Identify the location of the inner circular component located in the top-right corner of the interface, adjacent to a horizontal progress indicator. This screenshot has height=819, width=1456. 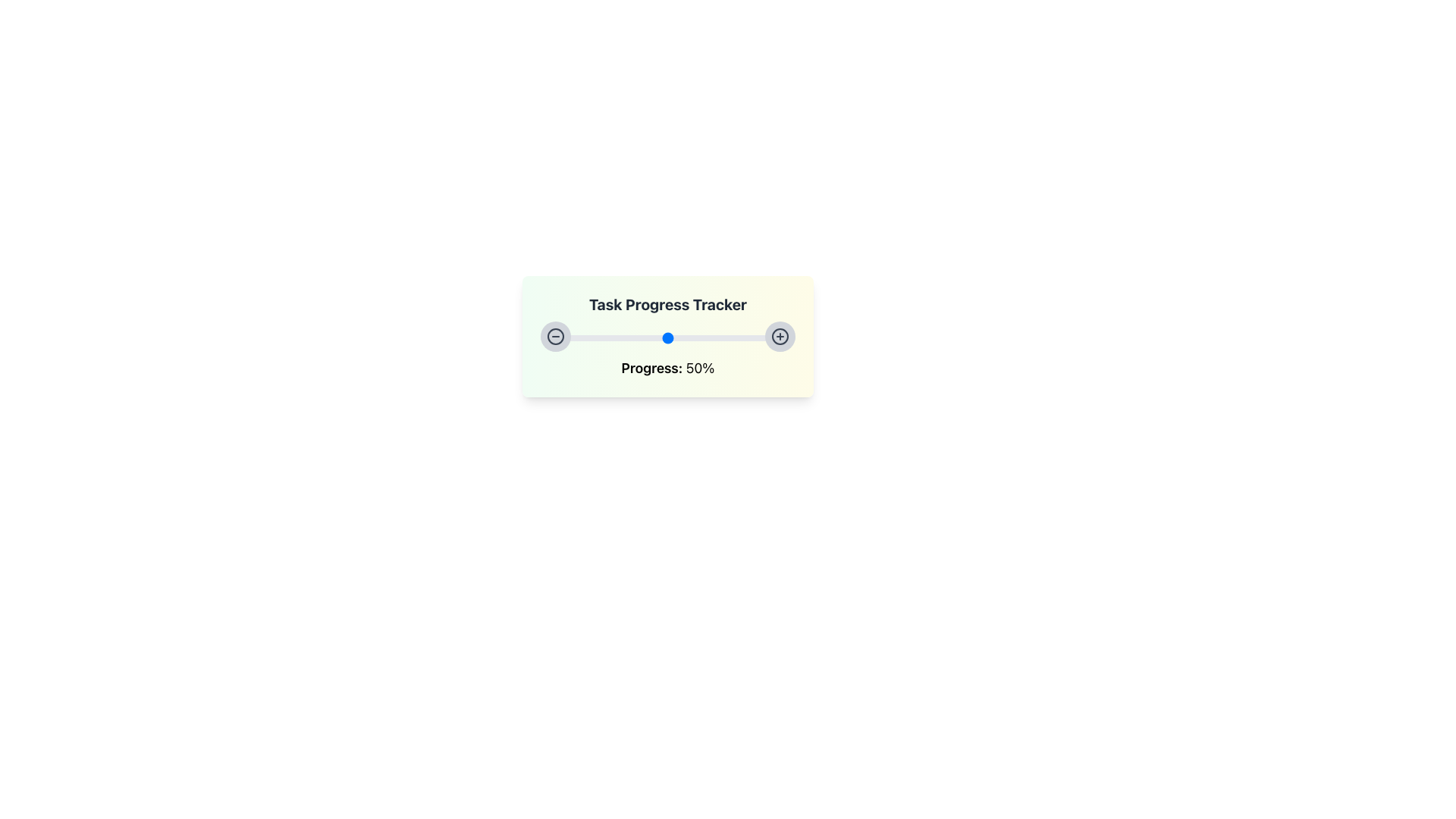
(555, 335).